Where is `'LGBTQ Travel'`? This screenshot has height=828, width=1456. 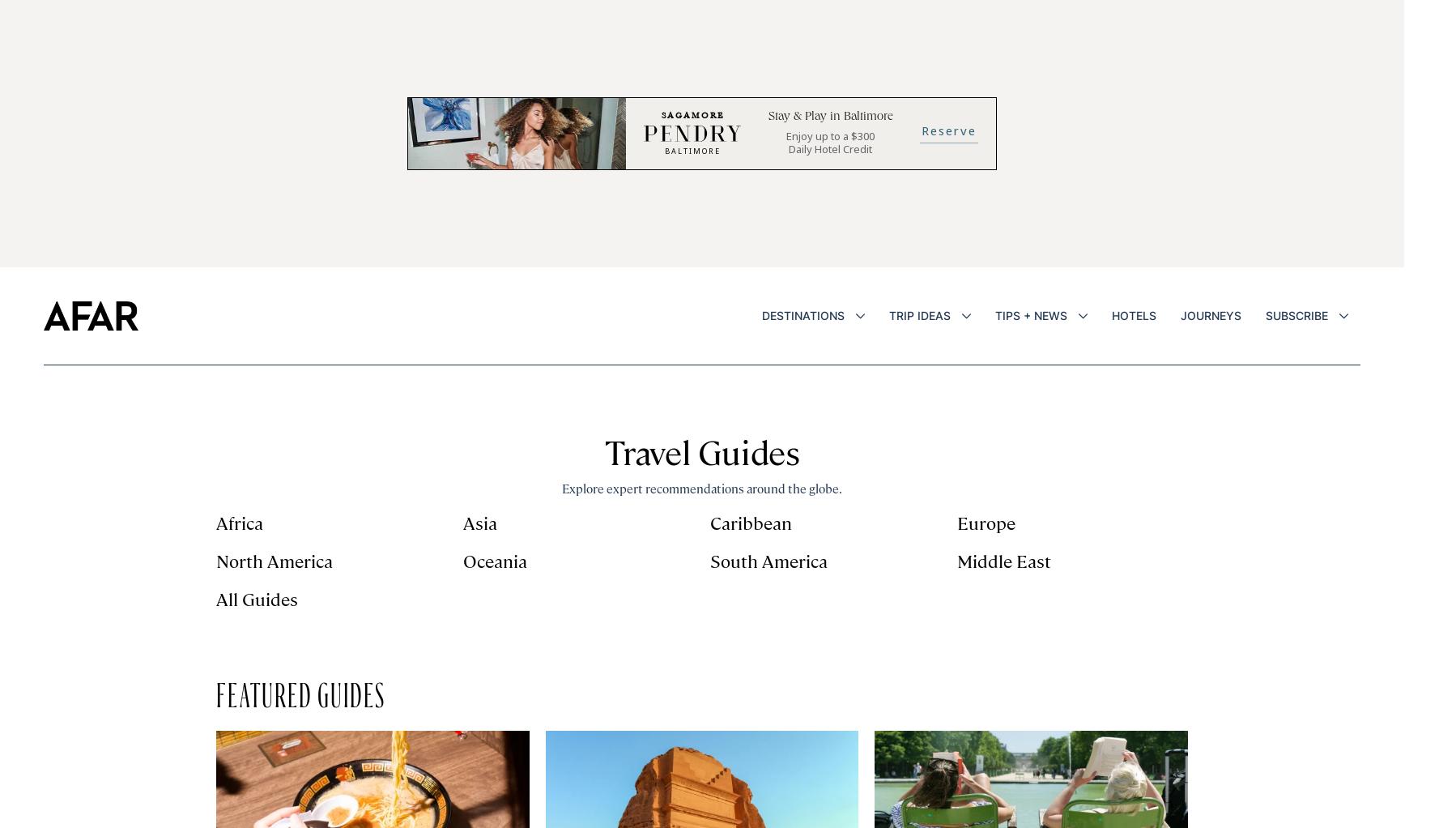 'LGBTQ Travel' is located at coordinates (934, 630).